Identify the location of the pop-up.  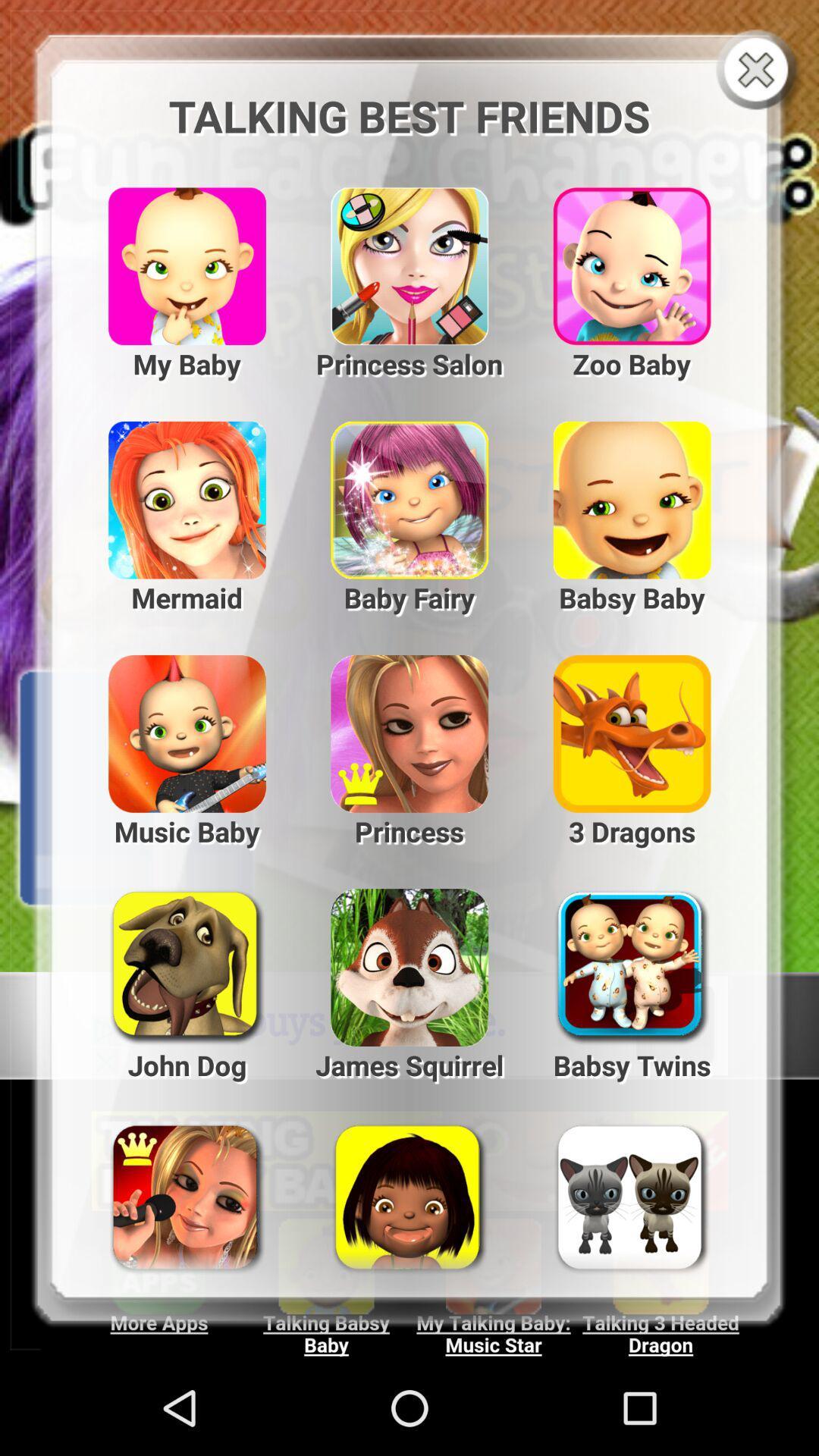
(759, 71).